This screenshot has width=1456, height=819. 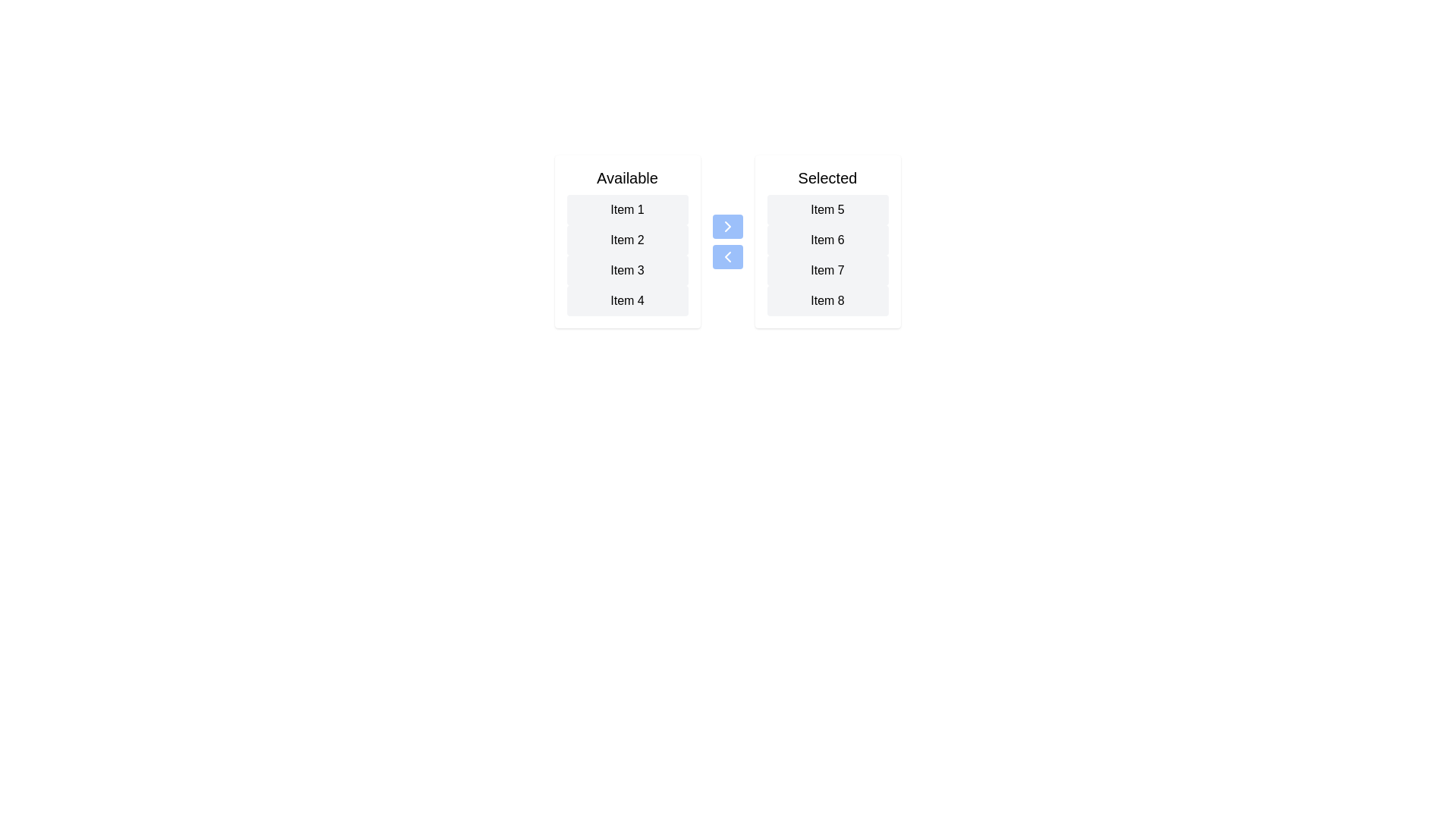 I want to click on the blue button with a white left-pointing arrow located centrally between the 'Available' and 'Selected' lists to observe the hover effect, so click(x=726, y=256).